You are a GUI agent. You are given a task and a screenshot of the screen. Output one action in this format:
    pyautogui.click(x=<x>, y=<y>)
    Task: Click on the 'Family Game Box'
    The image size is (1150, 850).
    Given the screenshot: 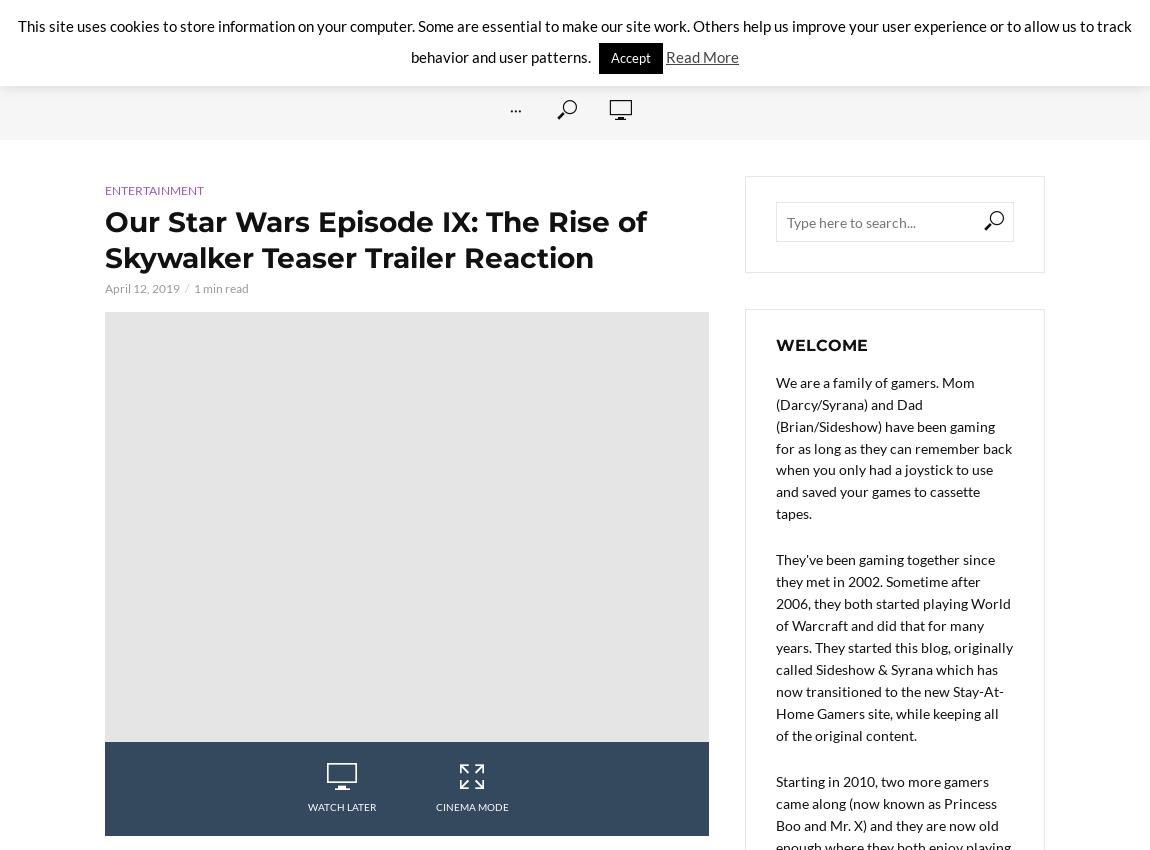 What is the action you would take?
    pyautogui.click(x=575, y=196)
    